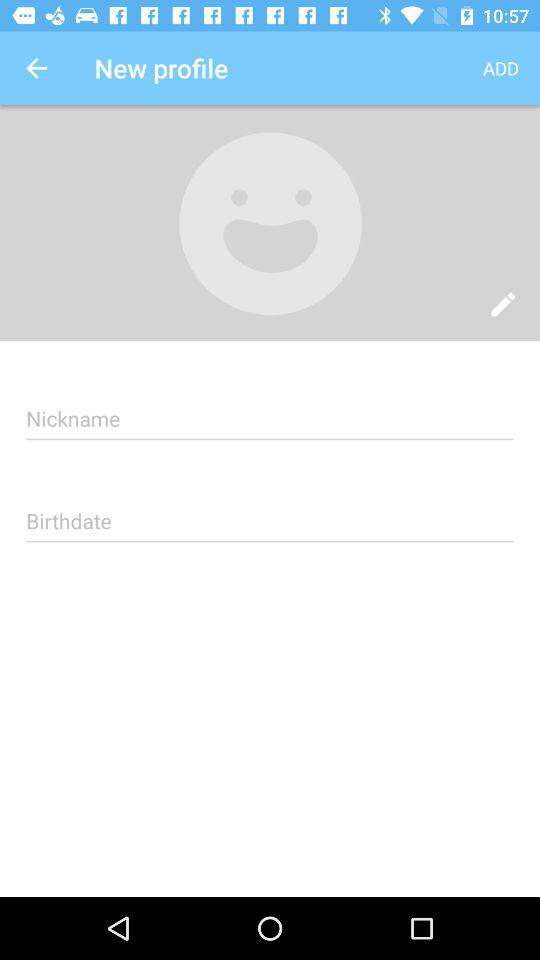 The width and height of the screenshot is (540, 960). What do you see at coordinates (36, 68) in the screenshot?
I see `the app next to the new profile item` at bounding box center [36, 68].